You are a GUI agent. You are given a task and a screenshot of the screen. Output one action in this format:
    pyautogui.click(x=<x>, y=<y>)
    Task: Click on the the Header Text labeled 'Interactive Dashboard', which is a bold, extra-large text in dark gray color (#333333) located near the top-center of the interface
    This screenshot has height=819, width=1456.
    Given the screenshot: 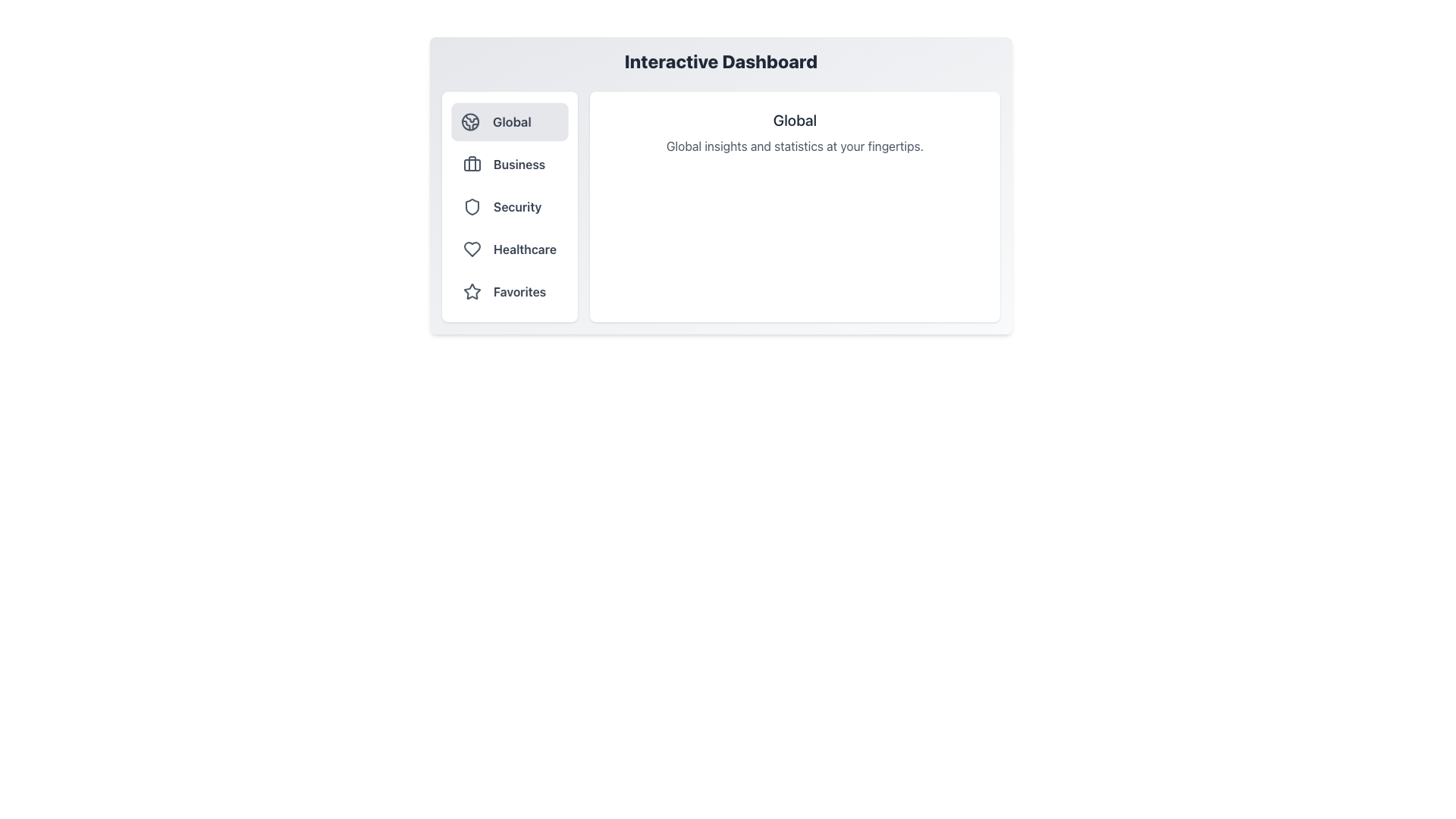 What is the action you would take?
    pyautogui.click(x=720, y=61)
    